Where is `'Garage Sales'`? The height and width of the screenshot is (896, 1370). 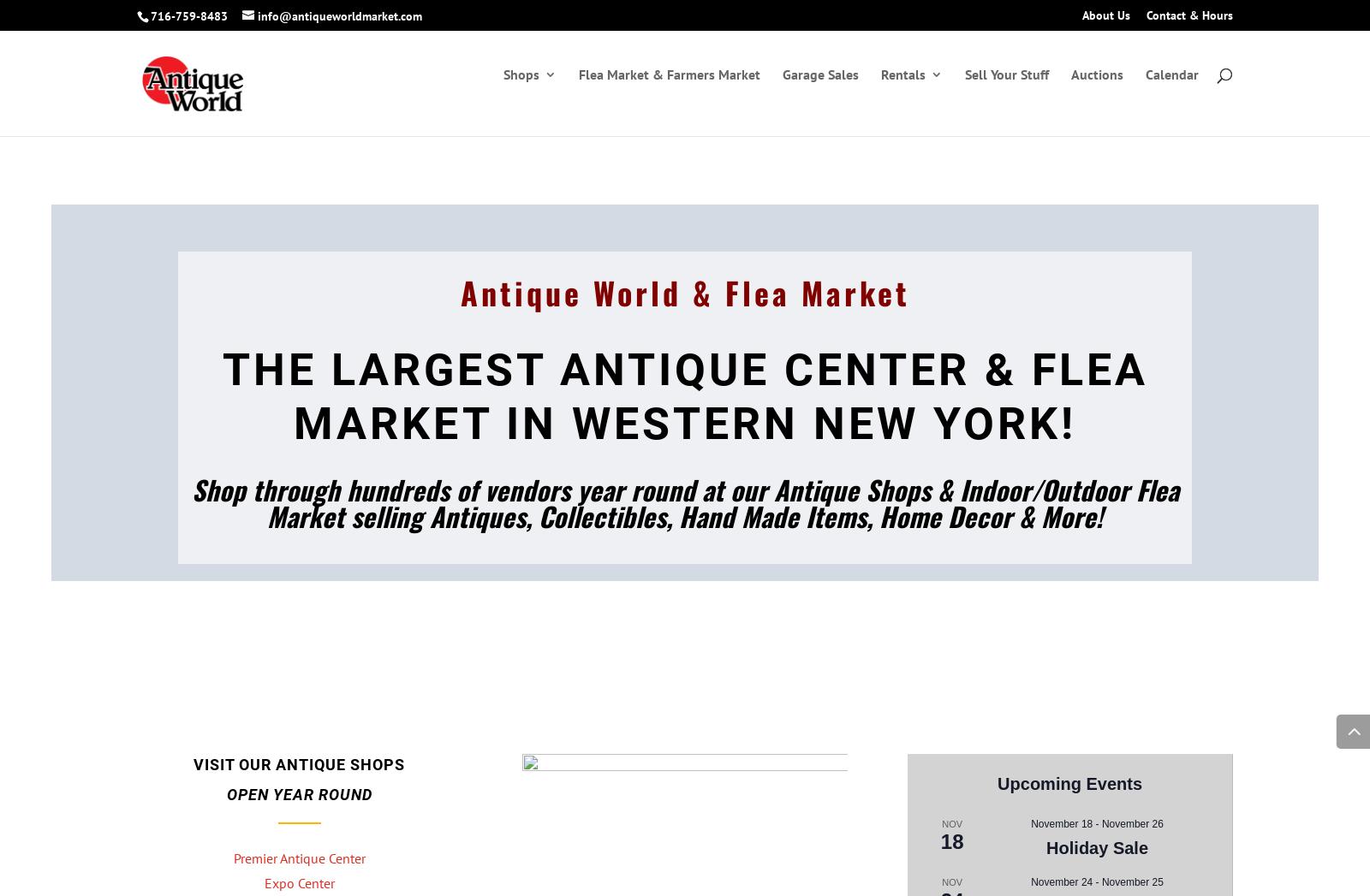
'Garage Sales' is located at coordinates (819, 92).